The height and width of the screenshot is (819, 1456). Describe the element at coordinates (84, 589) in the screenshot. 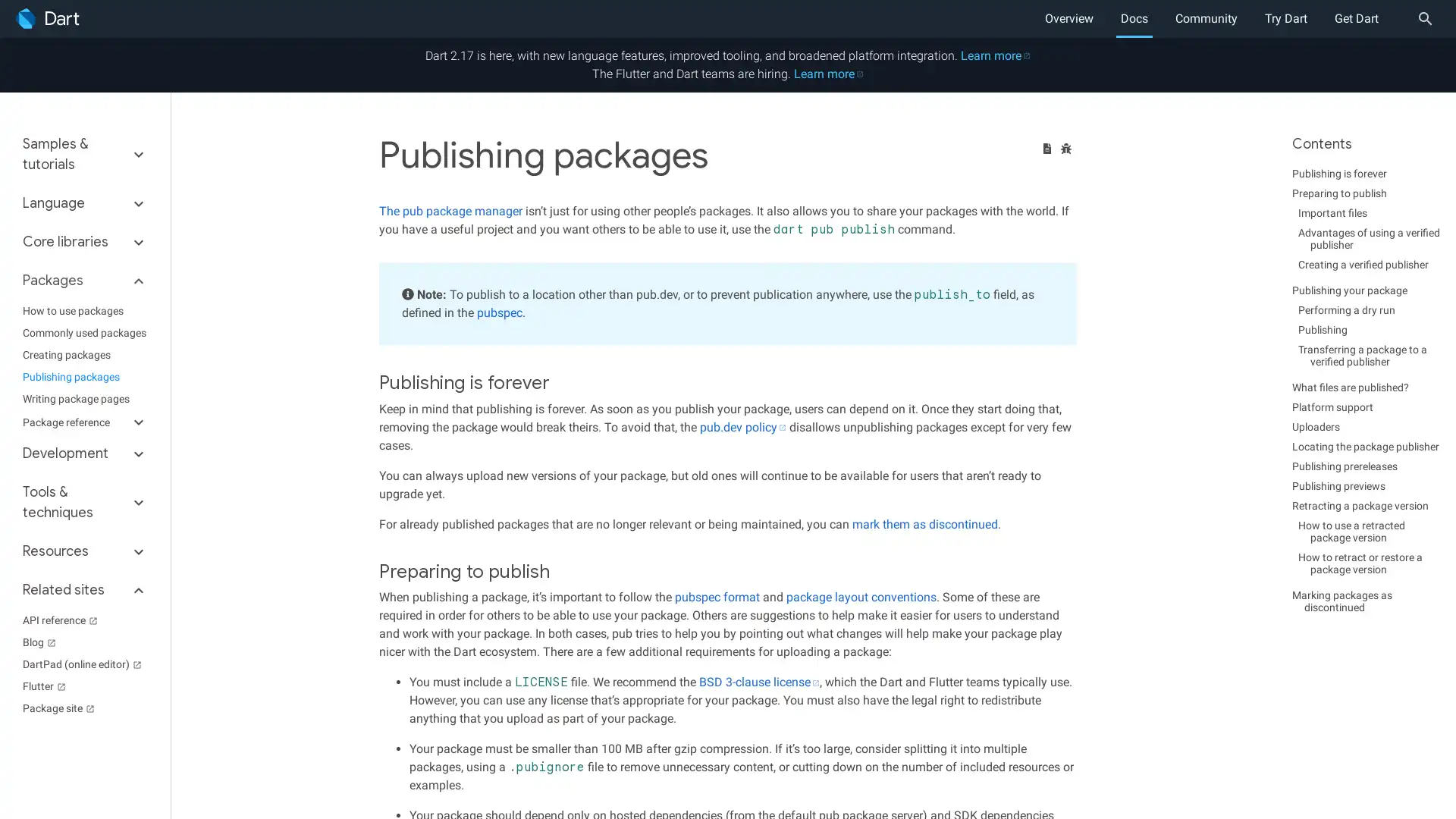

I see `Related sites keyboard_arrow_down` at that location.